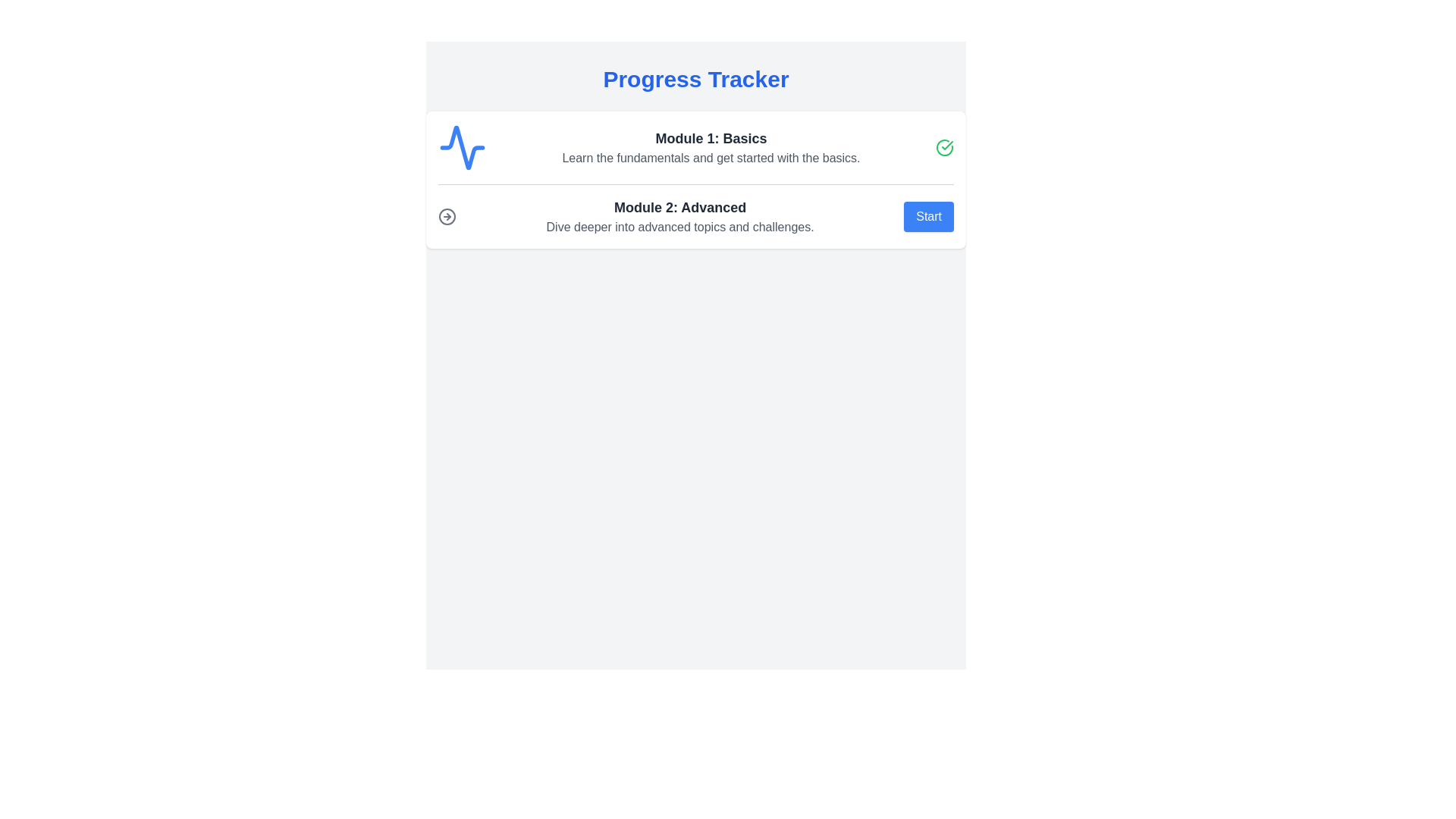 Image resolution: width=1456 pixels, height=819 pixels. Describe the element at coordinates (710, 158) in the screenshot. I see `text string 'Learn the fundamentals and get started with the basics.' that is displayed in gray color beneath the bold title 'Module 1: Basics.'` at that location.